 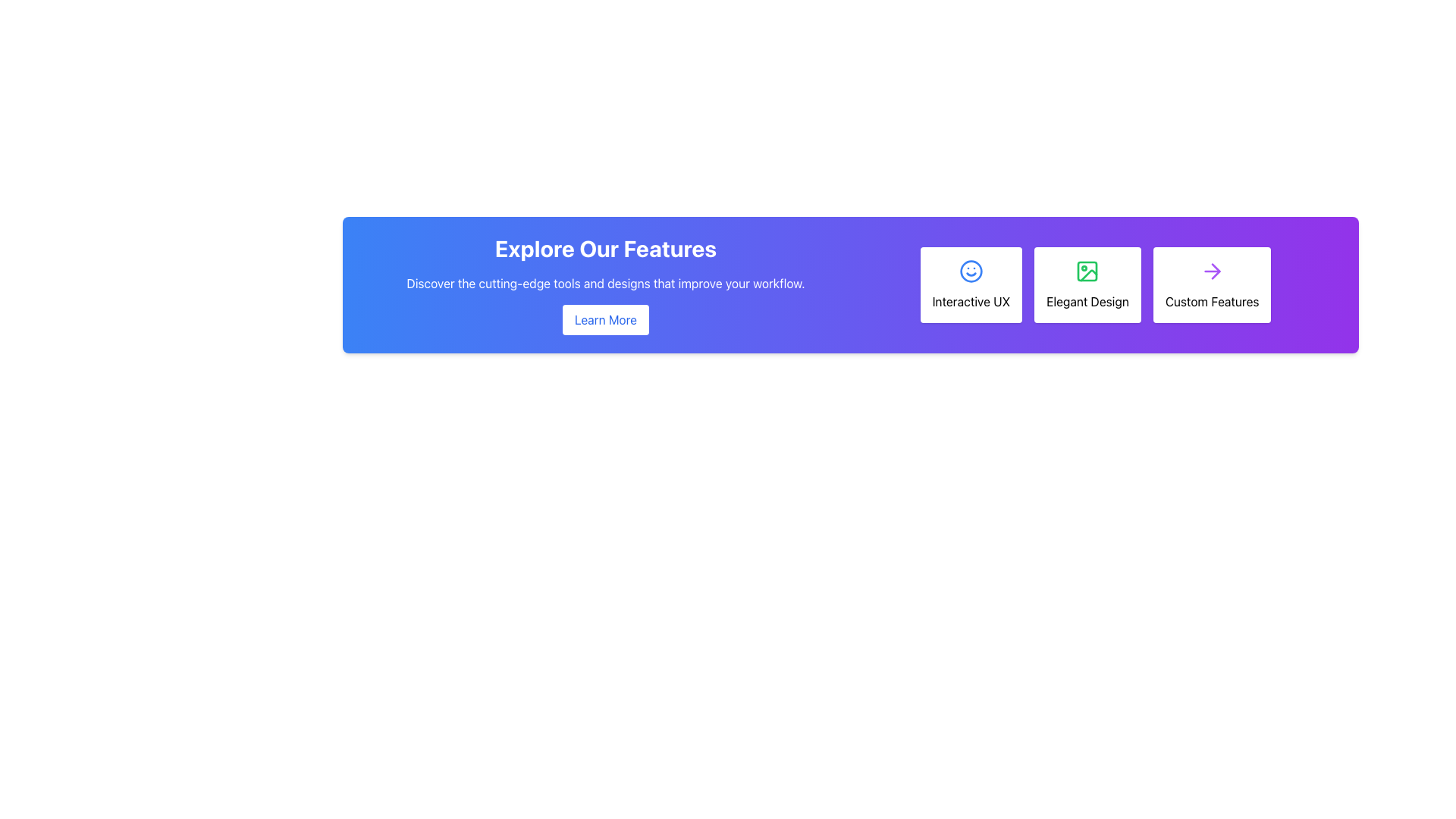 What do you see at coordinates (1211, 284) in the screenshot?
I see `the Informational card featuring a white background, rounded corners, a purple arrow icon, and the text 'Custom Features', which is centrally aligned within the 'Explore Our Features' section` at bounding box center [1211, 284].